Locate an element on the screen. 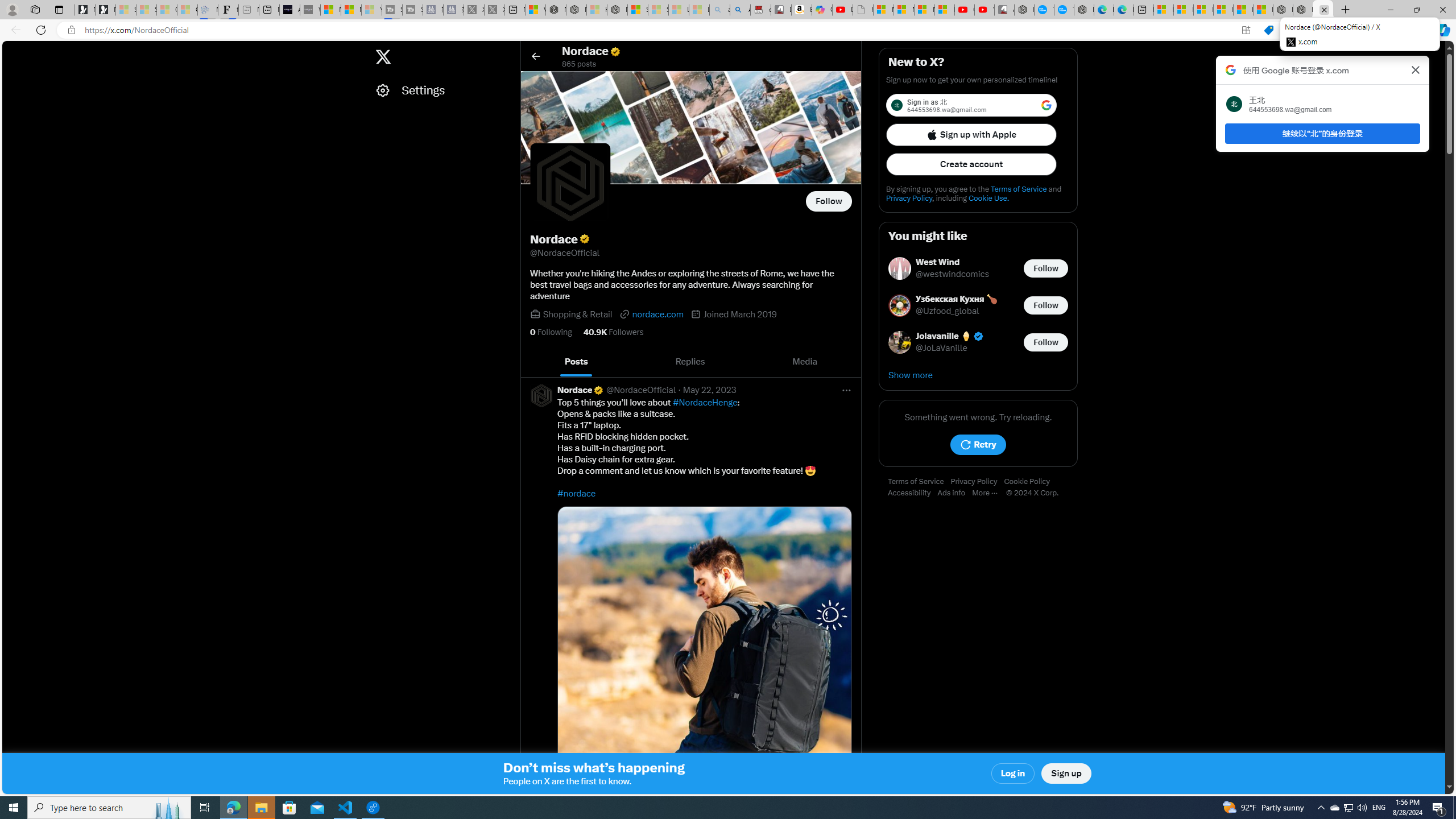 This screenshot has height=819, width=1456. '@Uzfood_global' is located at coordinates (948, 311).